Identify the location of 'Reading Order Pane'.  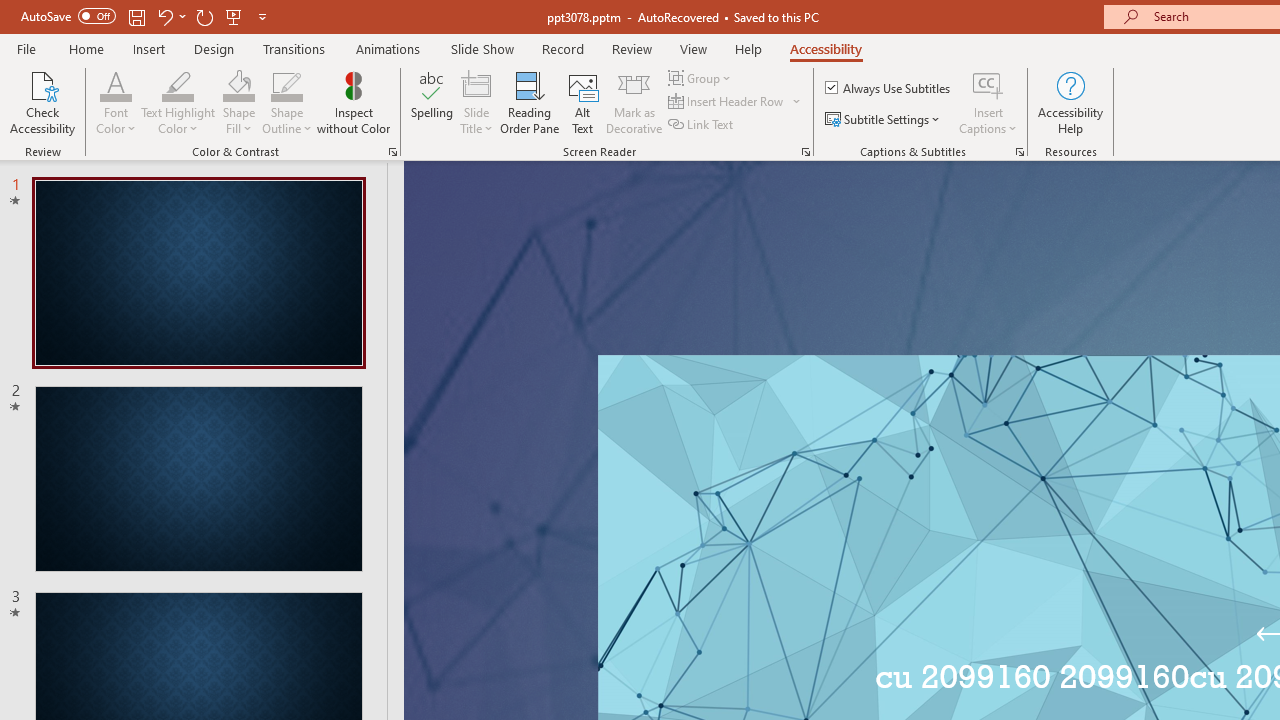
(529, 103).